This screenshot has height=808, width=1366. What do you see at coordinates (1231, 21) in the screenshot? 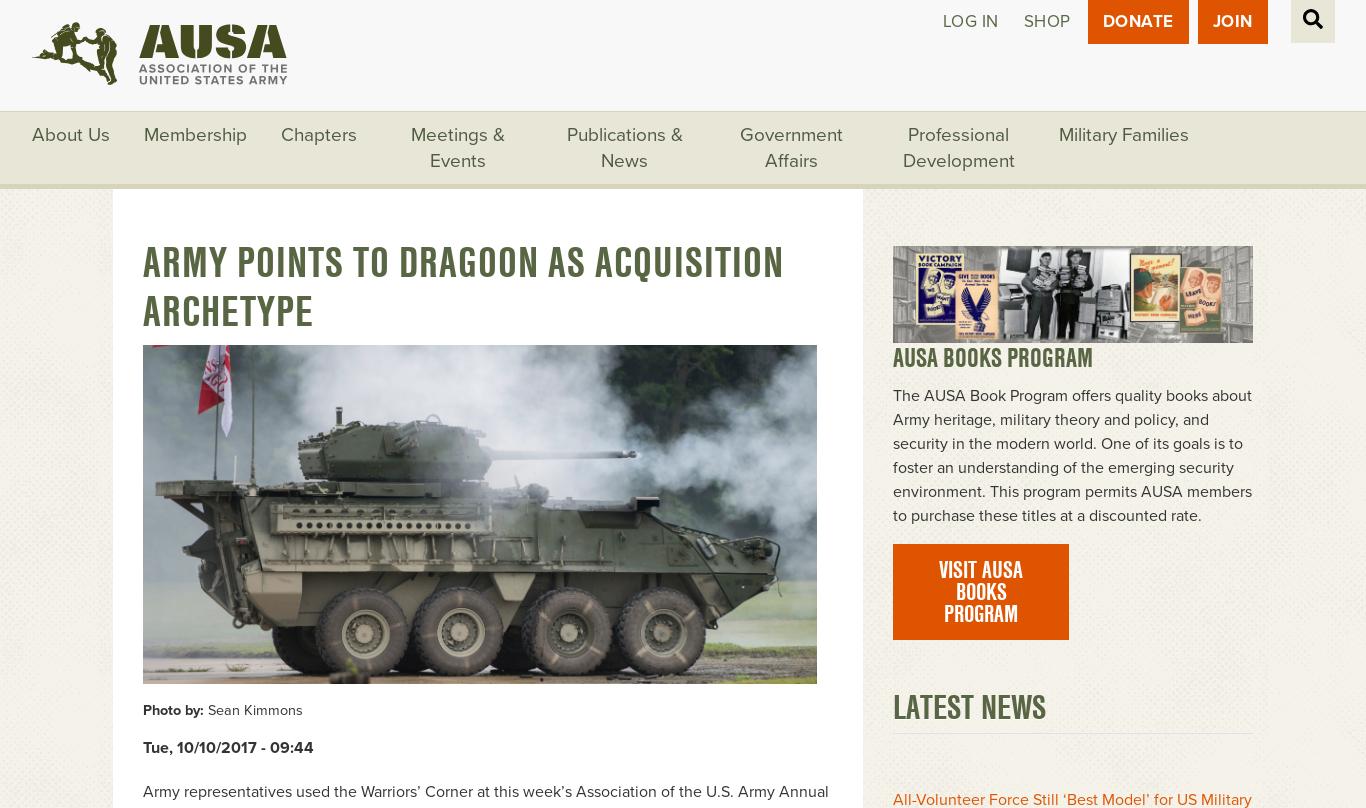
I see `'JOIN'` at bounding box center [1231, 21].